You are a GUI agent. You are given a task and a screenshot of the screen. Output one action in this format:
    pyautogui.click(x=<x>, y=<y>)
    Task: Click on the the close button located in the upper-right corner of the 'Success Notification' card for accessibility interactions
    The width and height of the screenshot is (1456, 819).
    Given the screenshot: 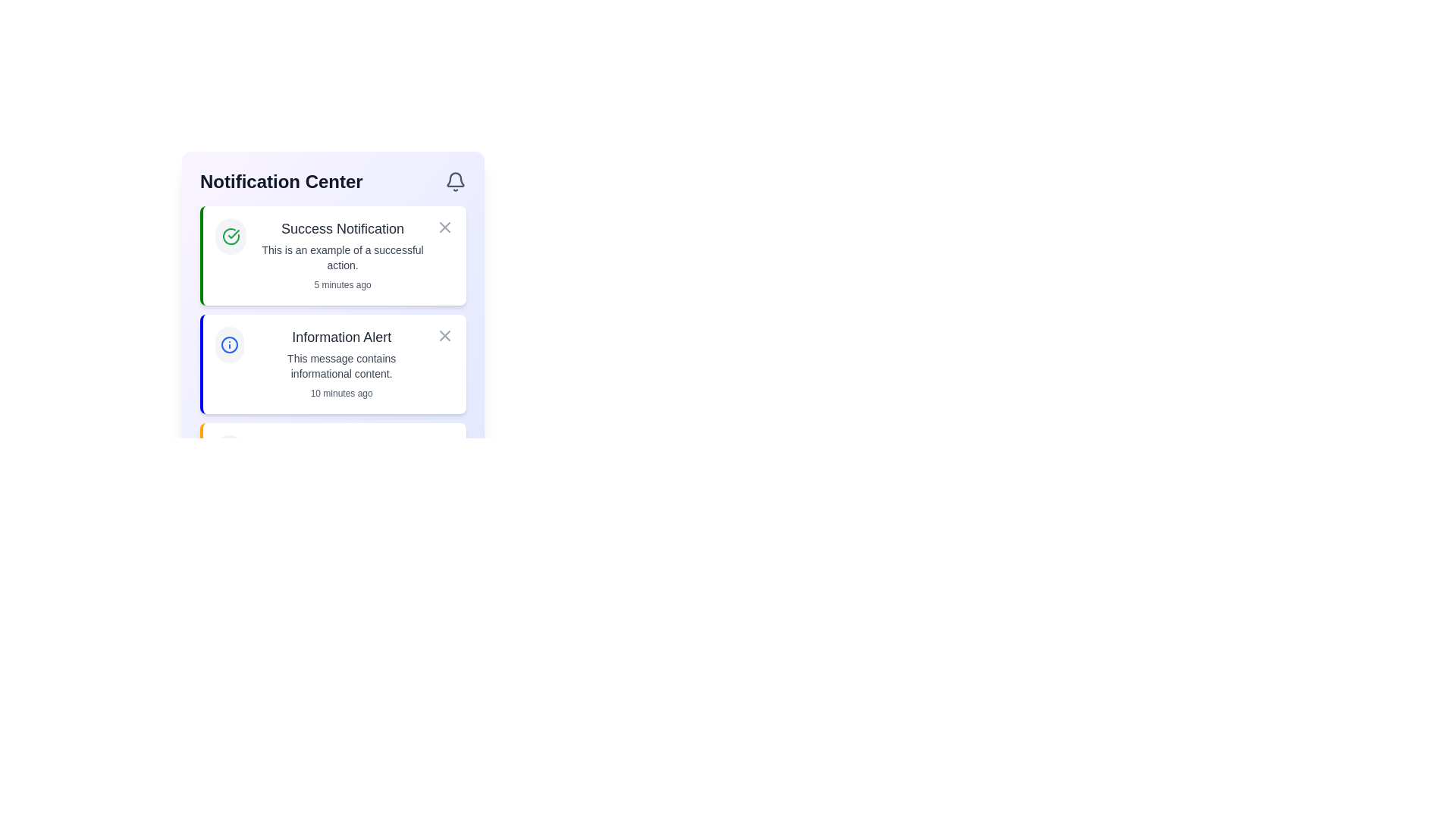 What is the action you would take?
    pyautogui.click(x=444, y=227)
    